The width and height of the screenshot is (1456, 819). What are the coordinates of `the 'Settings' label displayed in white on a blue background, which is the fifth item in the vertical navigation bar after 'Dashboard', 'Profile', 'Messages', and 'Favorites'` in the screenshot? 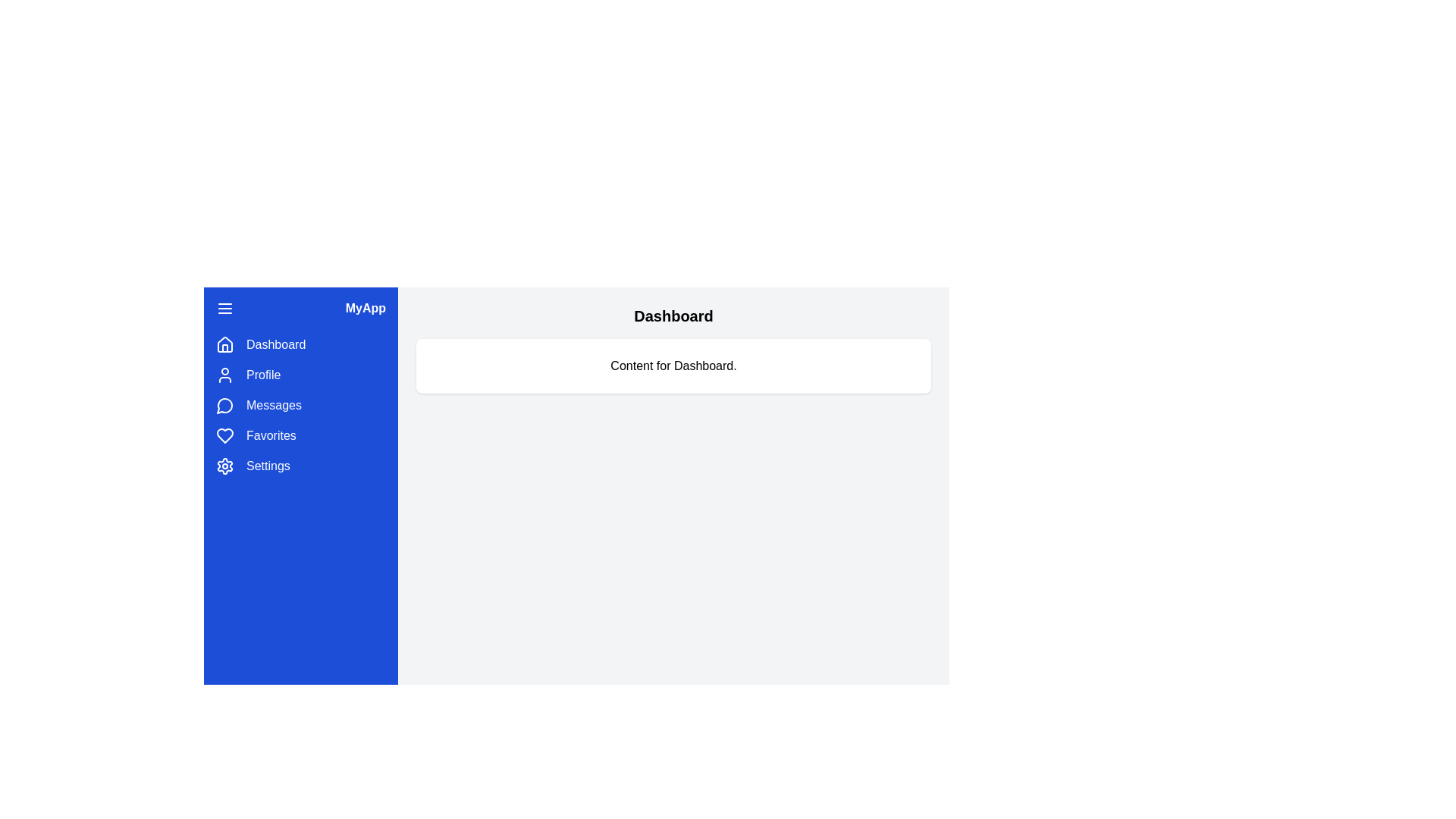 It's located at (268, 465).